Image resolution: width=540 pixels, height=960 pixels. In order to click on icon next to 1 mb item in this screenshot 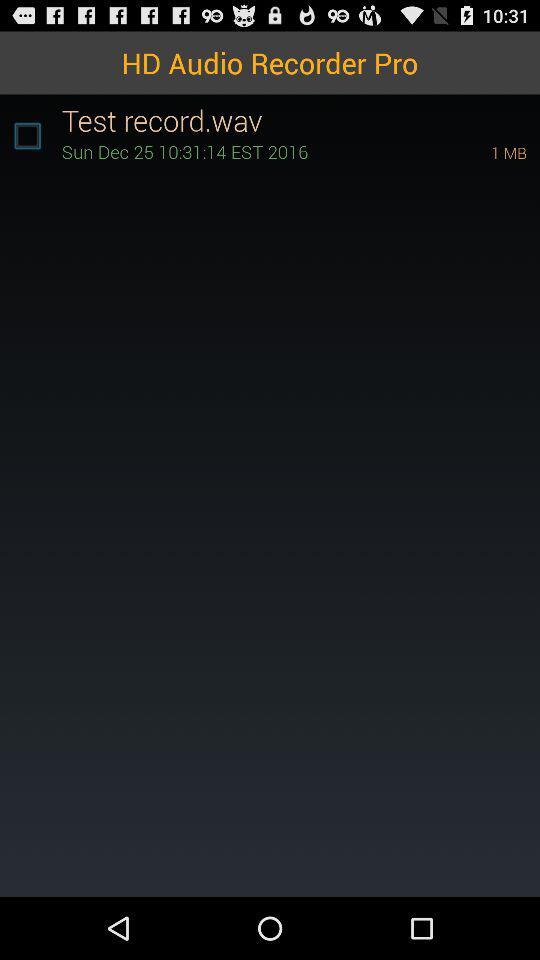, I will do `click(248, 150)`.